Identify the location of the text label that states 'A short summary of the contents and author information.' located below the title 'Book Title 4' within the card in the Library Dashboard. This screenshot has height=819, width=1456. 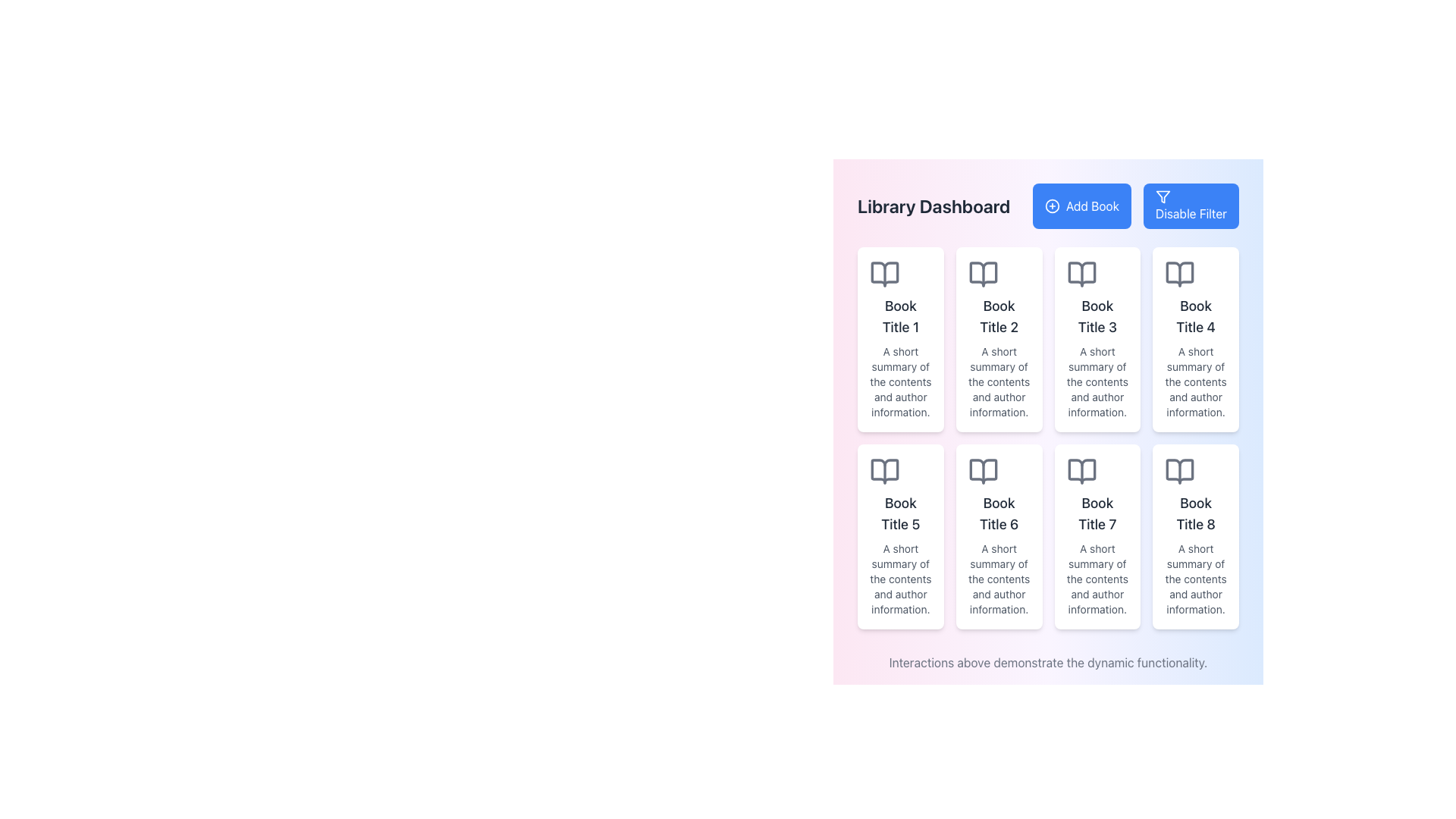
(1195, 381).